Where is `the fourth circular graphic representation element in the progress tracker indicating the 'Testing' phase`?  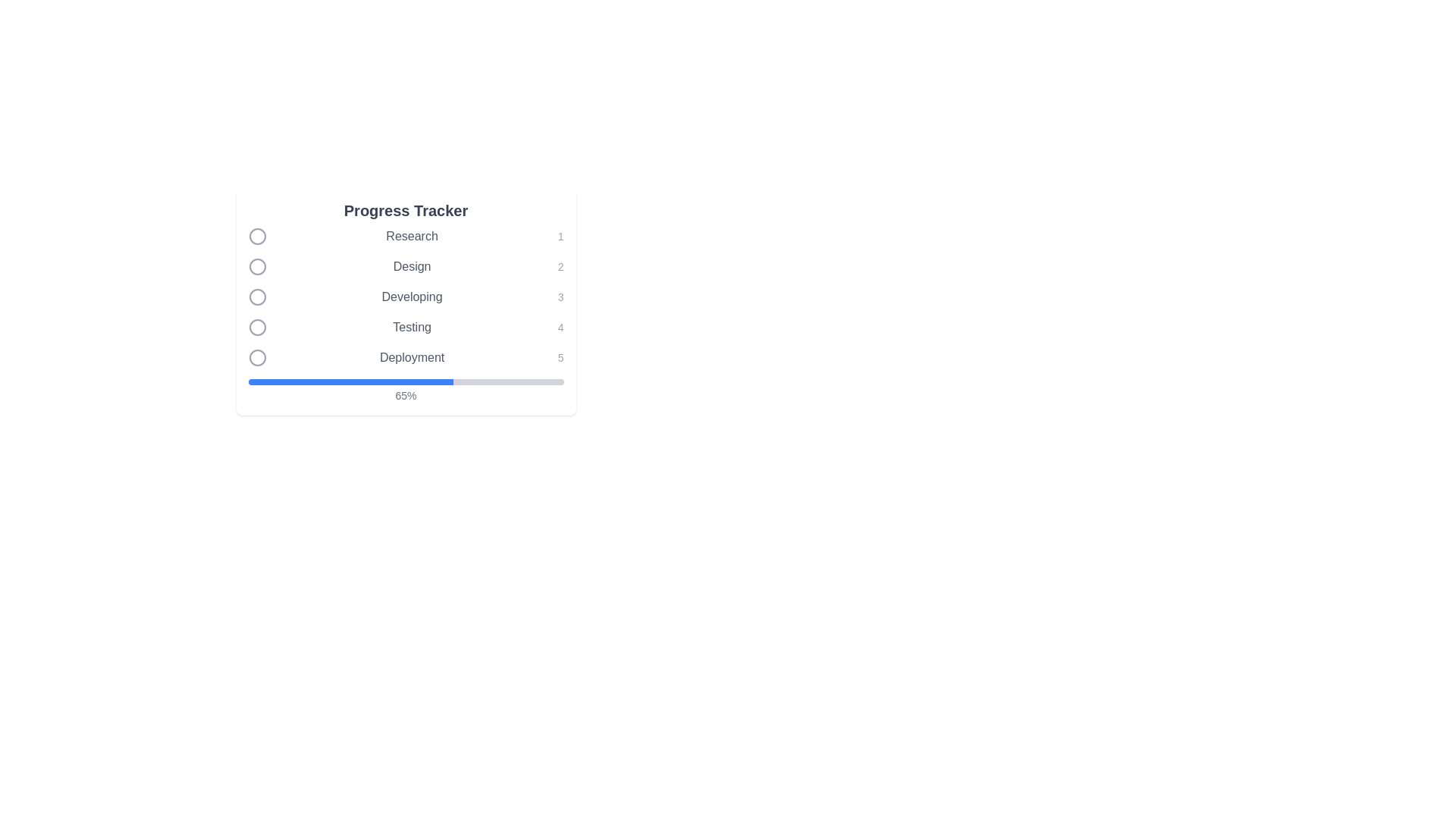 the fourth circular graphic representation element in the progress tracker indicating the 'Testing' phase is located at coordinates (257, 327).